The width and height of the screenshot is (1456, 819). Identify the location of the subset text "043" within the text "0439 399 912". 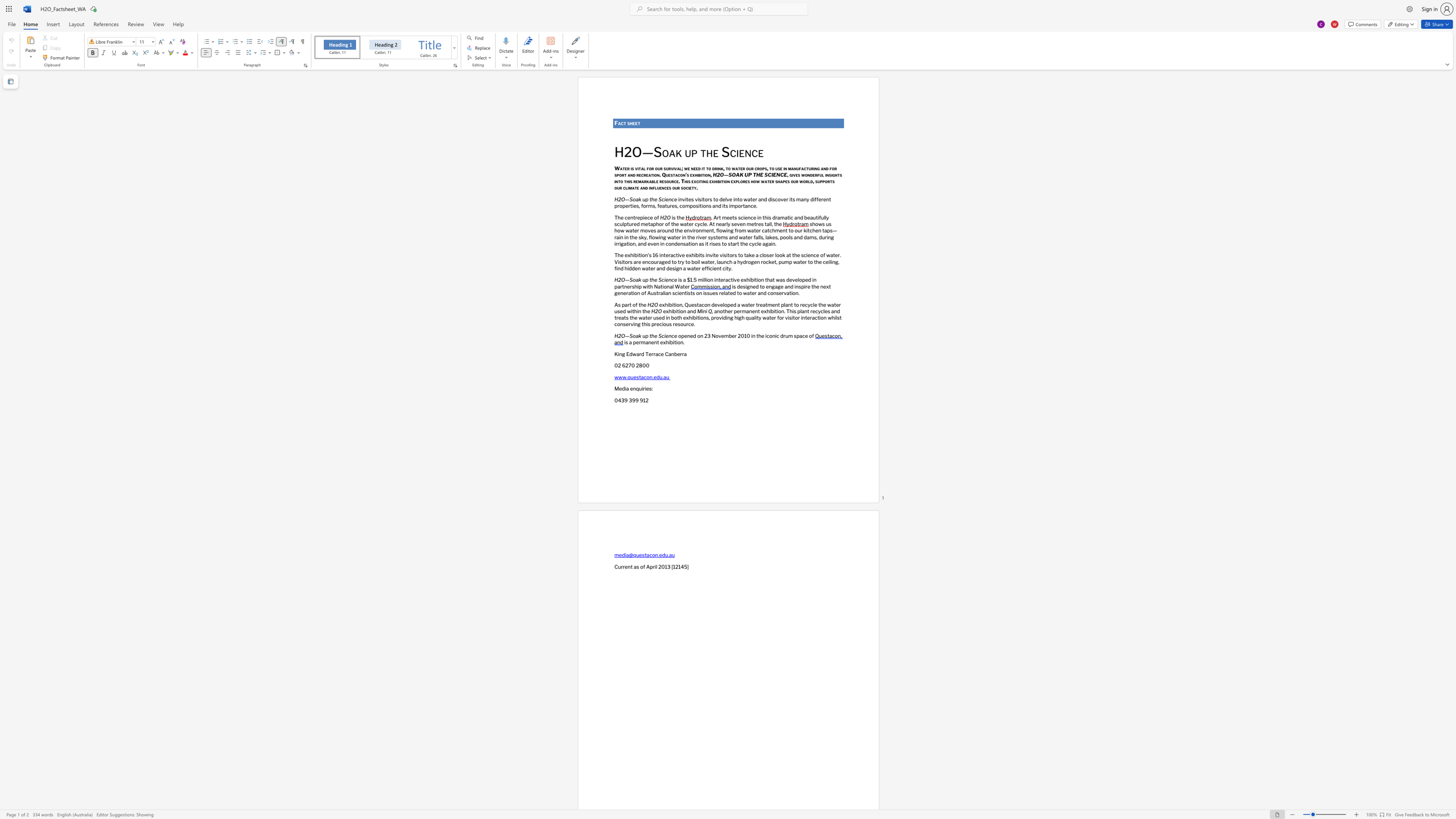
(614, 400).